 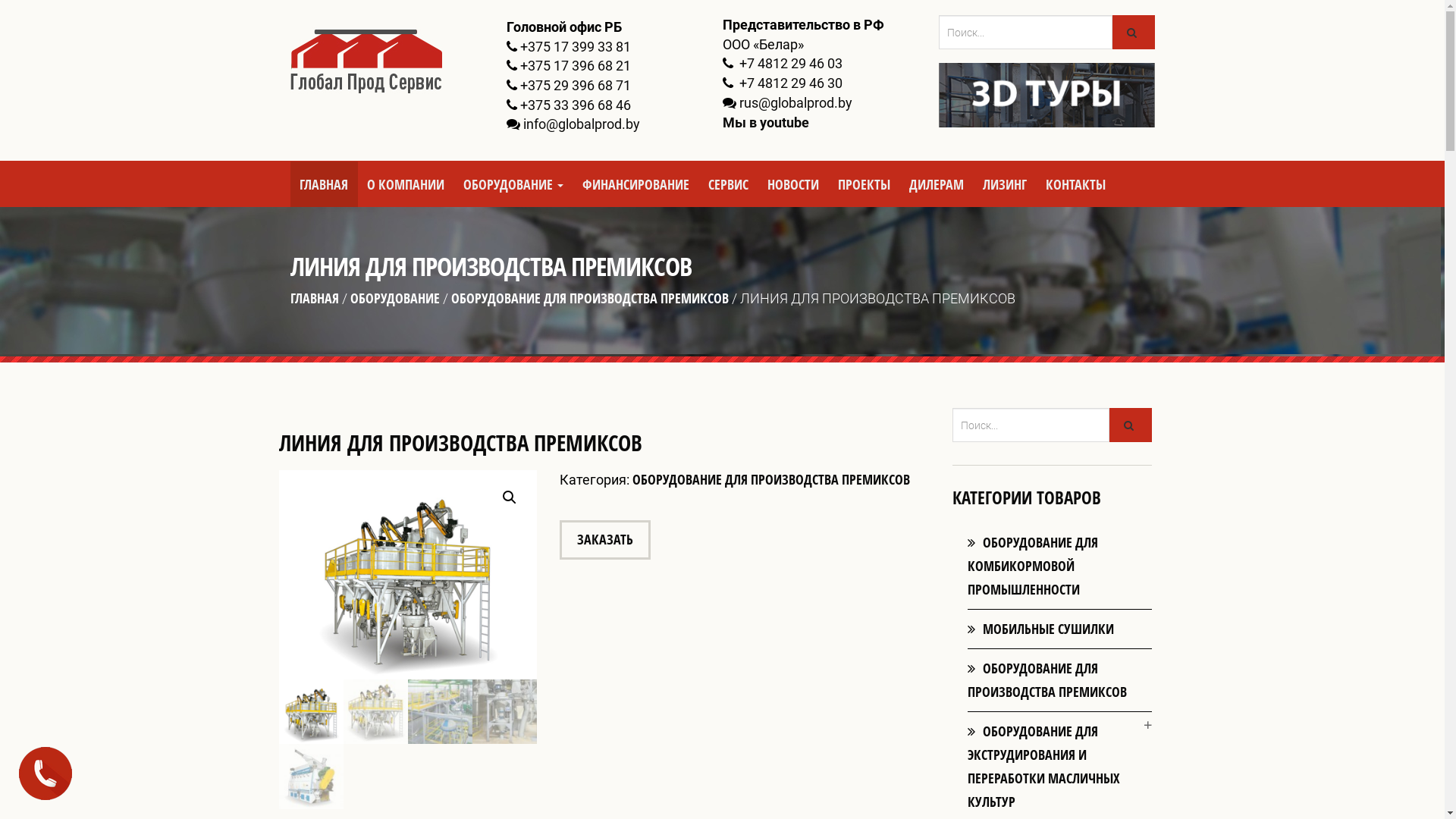 I want to click on '+375 17 399 33 81', so click(x=574, y=45).